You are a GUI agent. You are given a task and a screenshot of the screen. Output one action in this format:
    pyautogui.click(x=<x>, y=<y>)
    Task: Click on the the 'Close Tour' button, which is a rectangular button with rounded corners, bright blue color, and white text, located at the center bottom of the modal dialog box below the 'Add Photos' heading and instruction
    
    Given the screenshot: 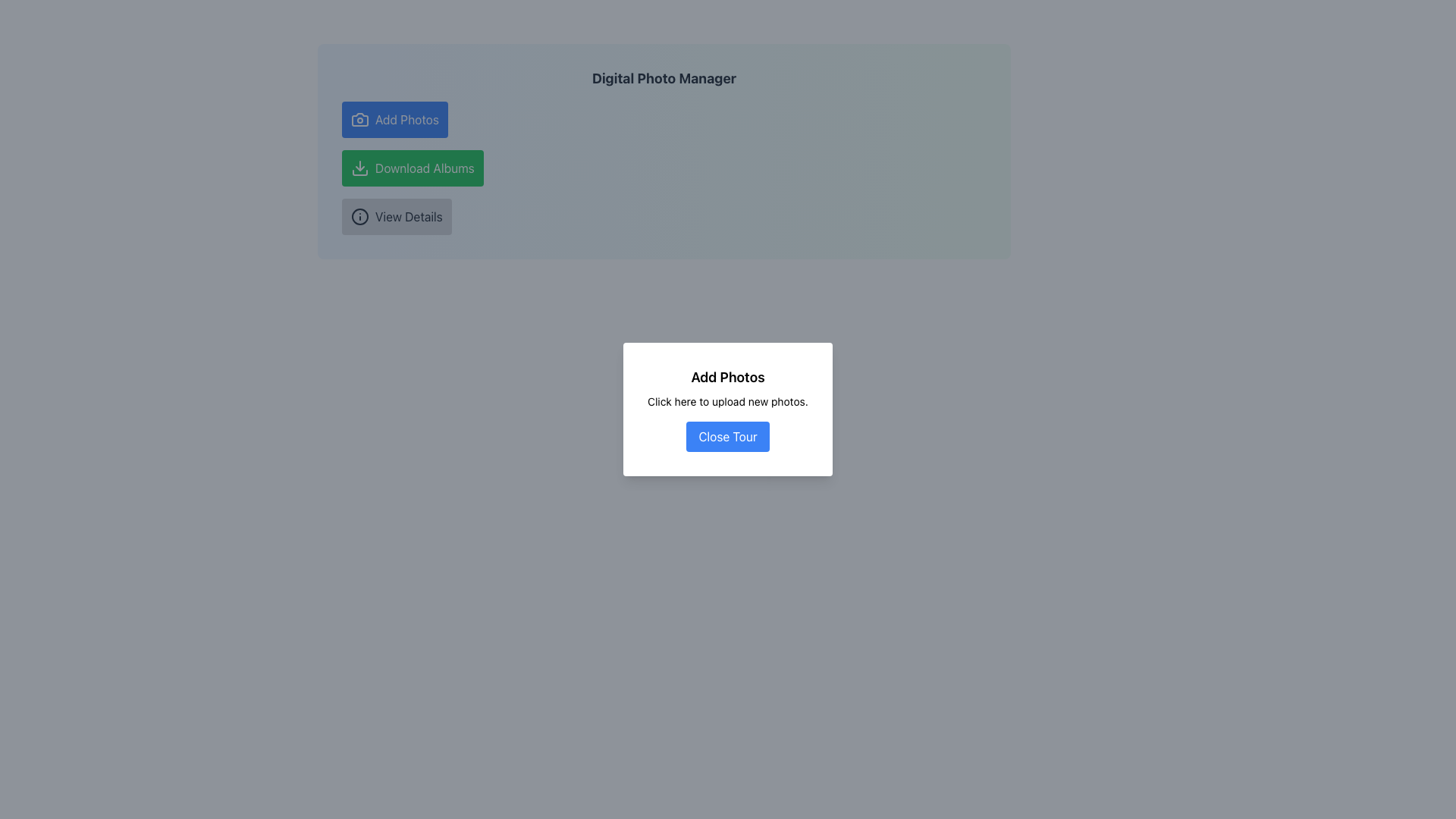 What is the action you would take?
    pyautogui.click(x=728, y=436)
    